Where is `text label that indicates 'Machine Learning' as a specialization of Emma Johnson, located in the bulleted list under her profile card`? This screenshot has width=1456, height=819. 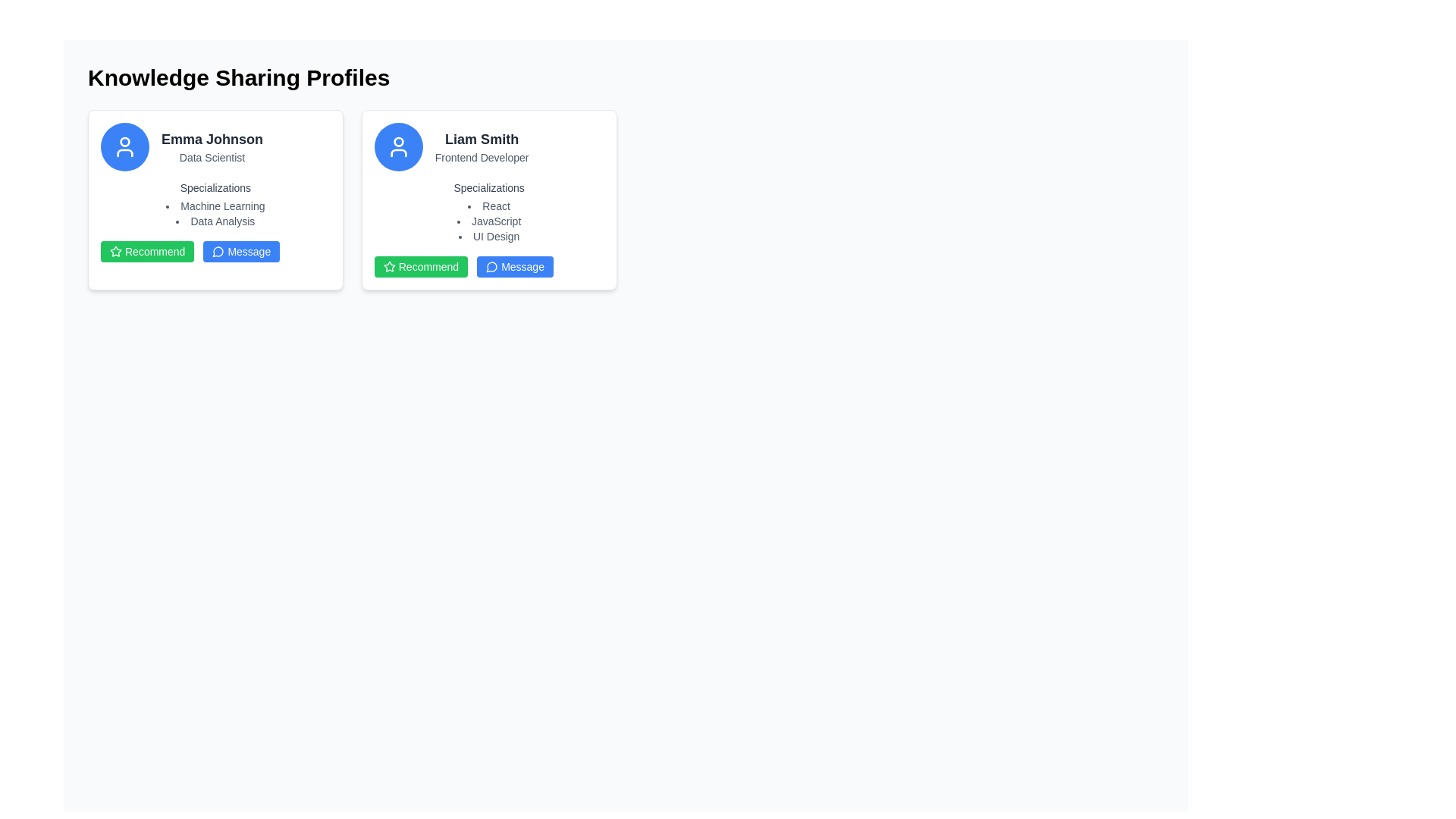 text label that indicates 'Machine Learning' as a specialization of Emma Johnson, located in the bulleted list under her profile card is located at coordinates (215, 206).